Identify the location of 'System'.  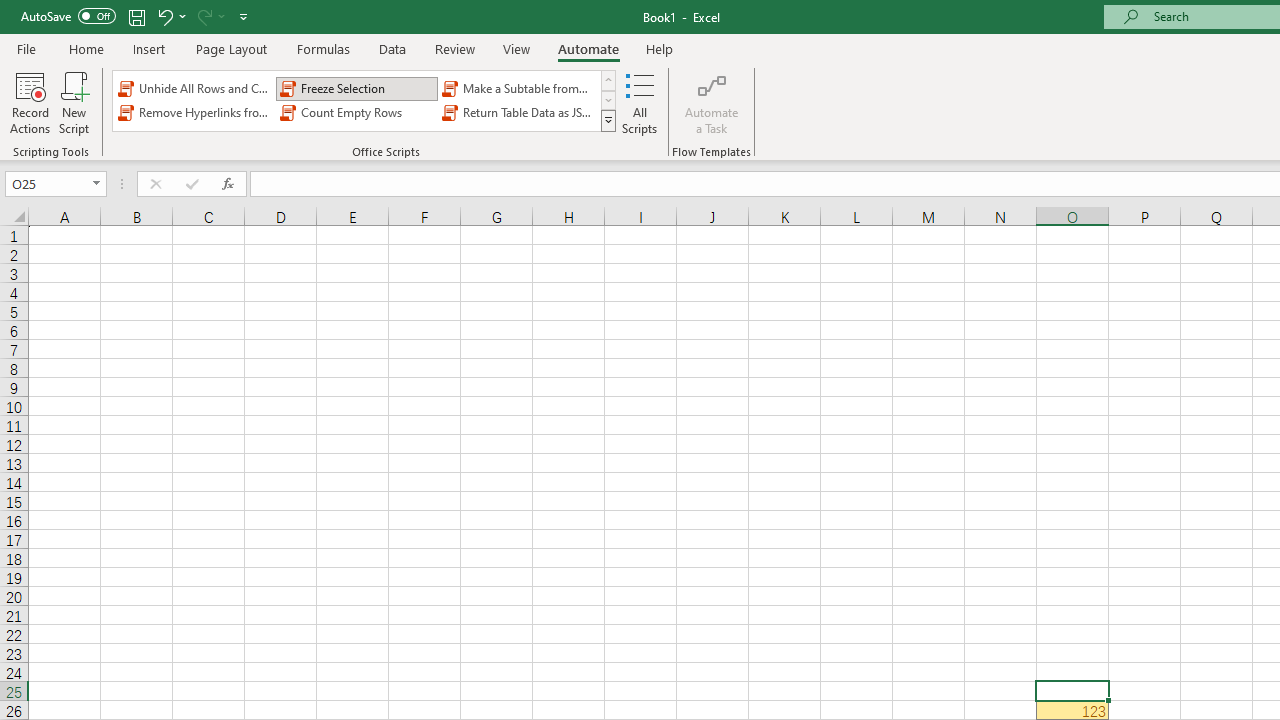
(10, 11).